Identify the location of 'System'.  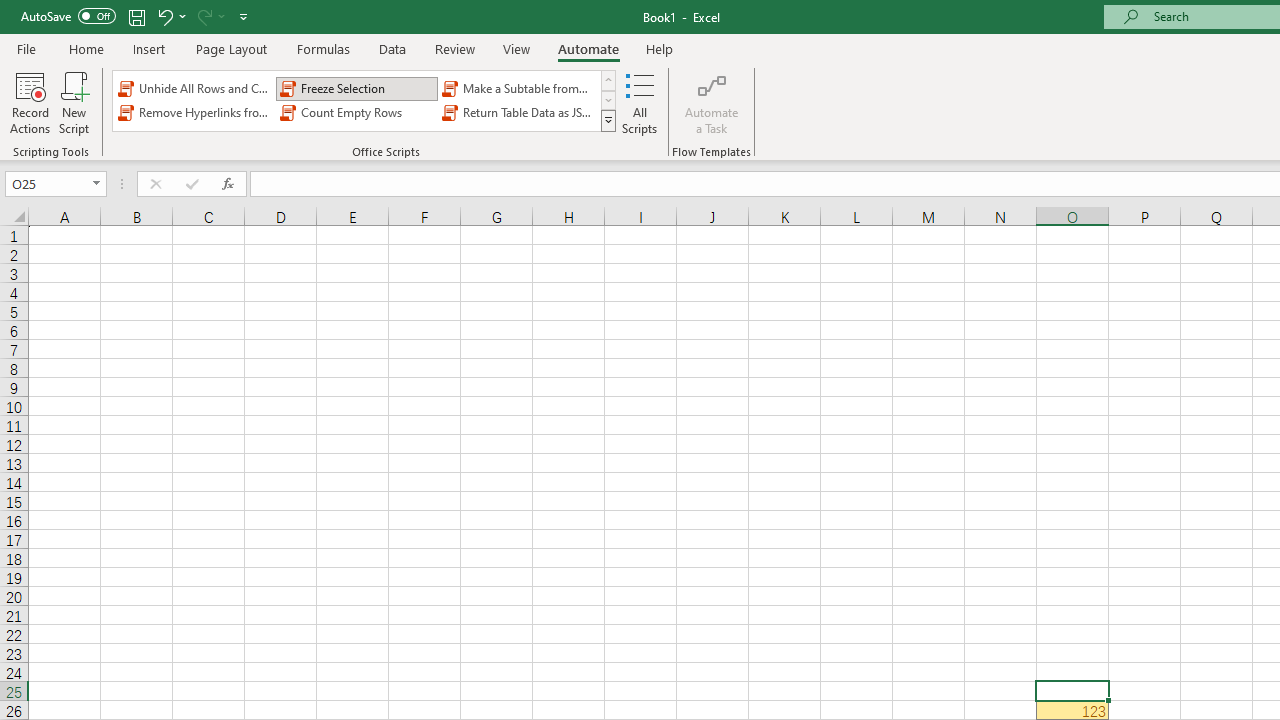
(10, 11).